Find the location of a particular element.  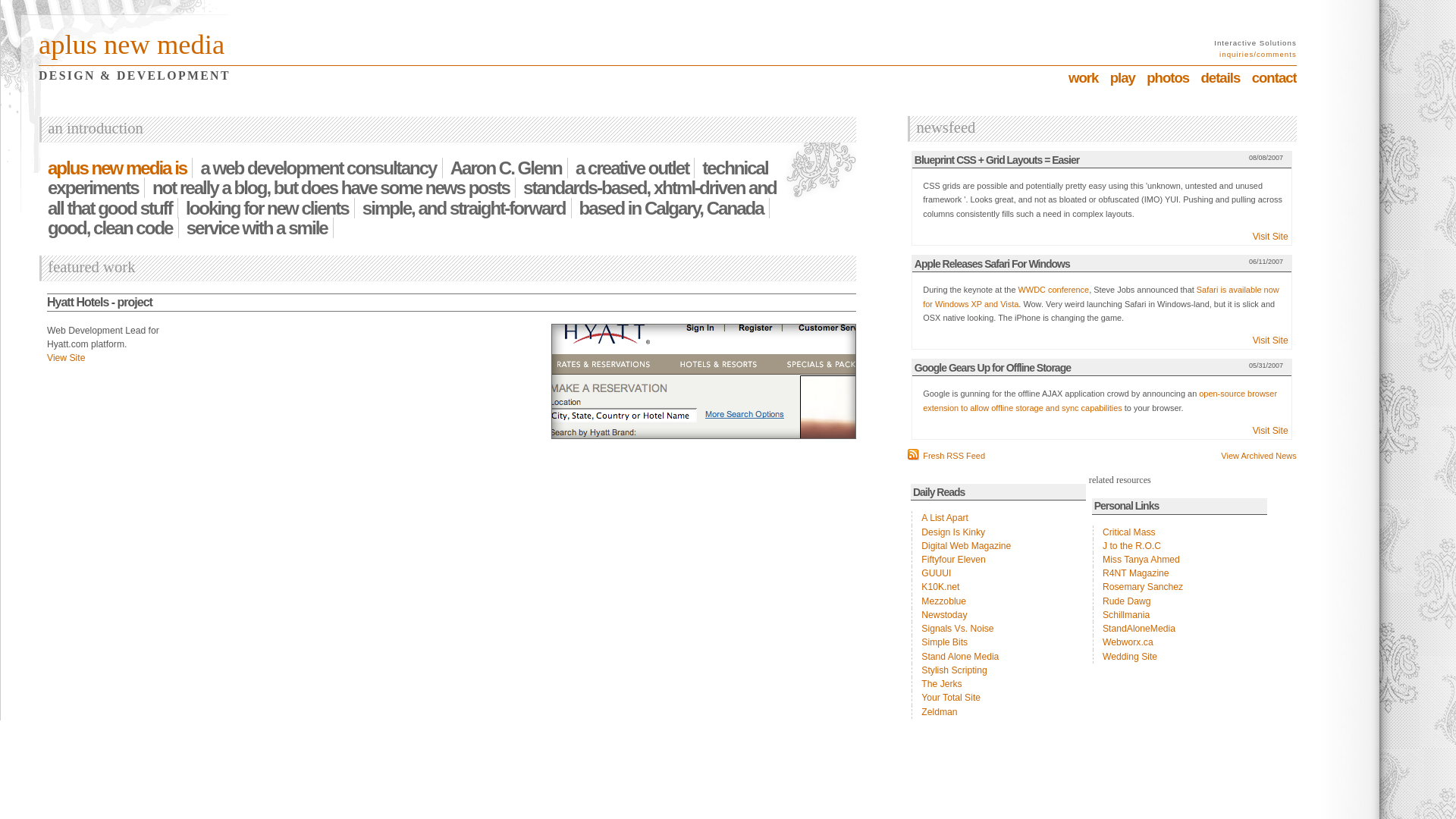

'Simple Bits' is located at coordinates (998, 642).